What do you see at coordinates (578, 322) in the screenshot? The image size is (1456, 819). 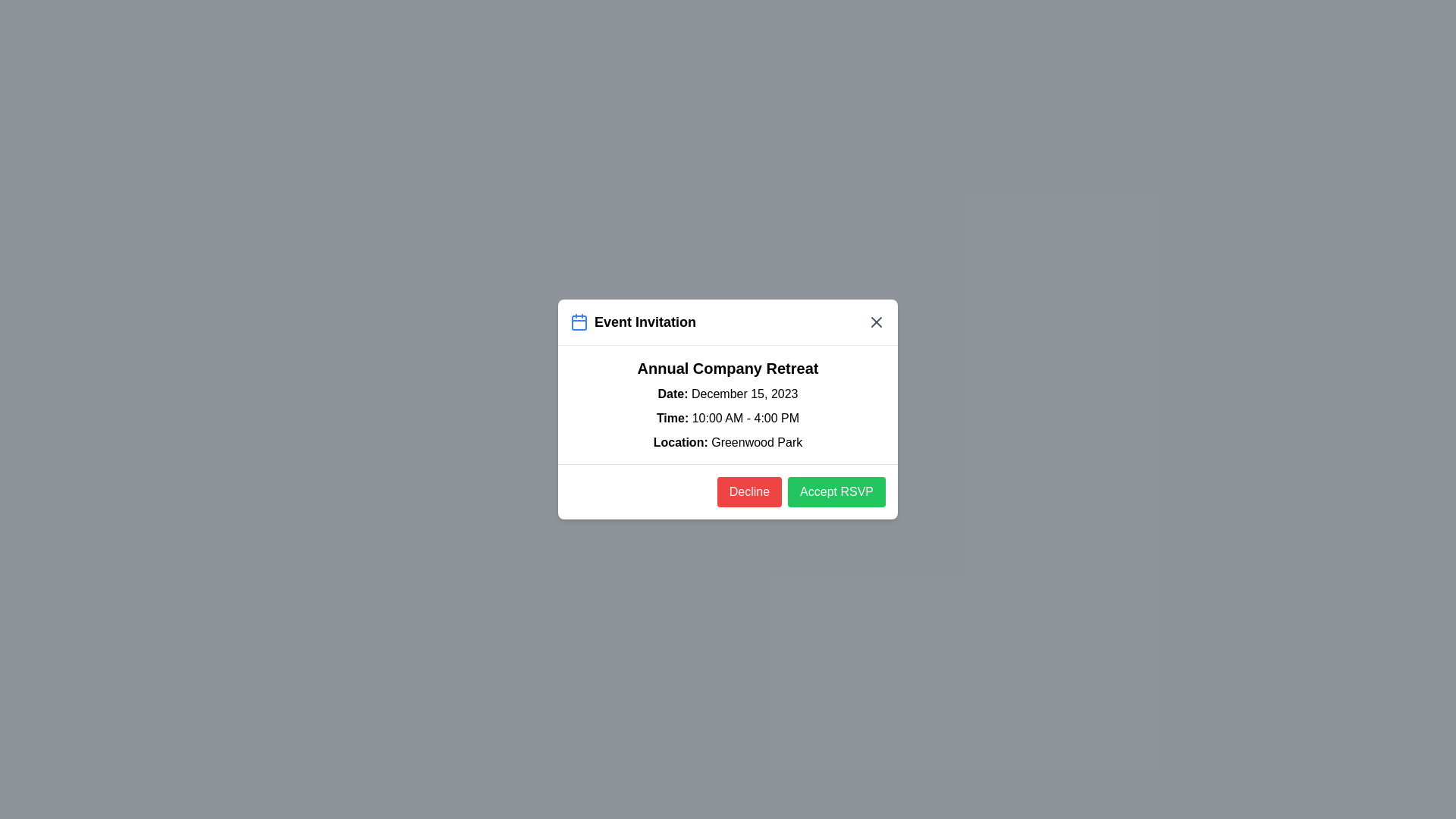 I see `the graphical SVG element that serves as a background for the calendar icon located at the top-left corner of the modal window, aligning with the 'Event Invitation' text` at bounding box center [578, 322].